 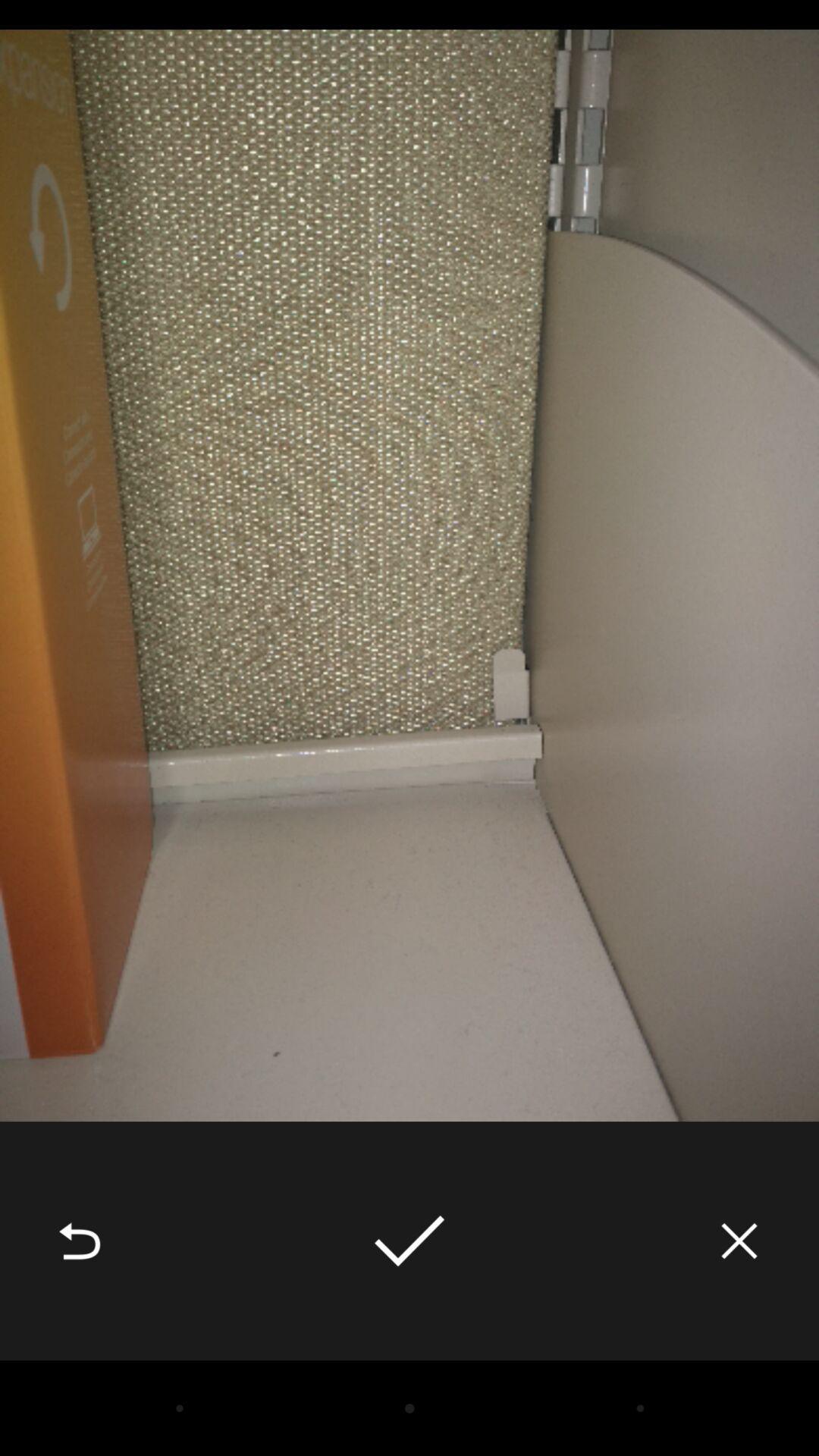 What do you see at coordinates (739, 1241) in the screenshot?
I see `the icon at the bottom right corner` at bounding box center [739, 1241].